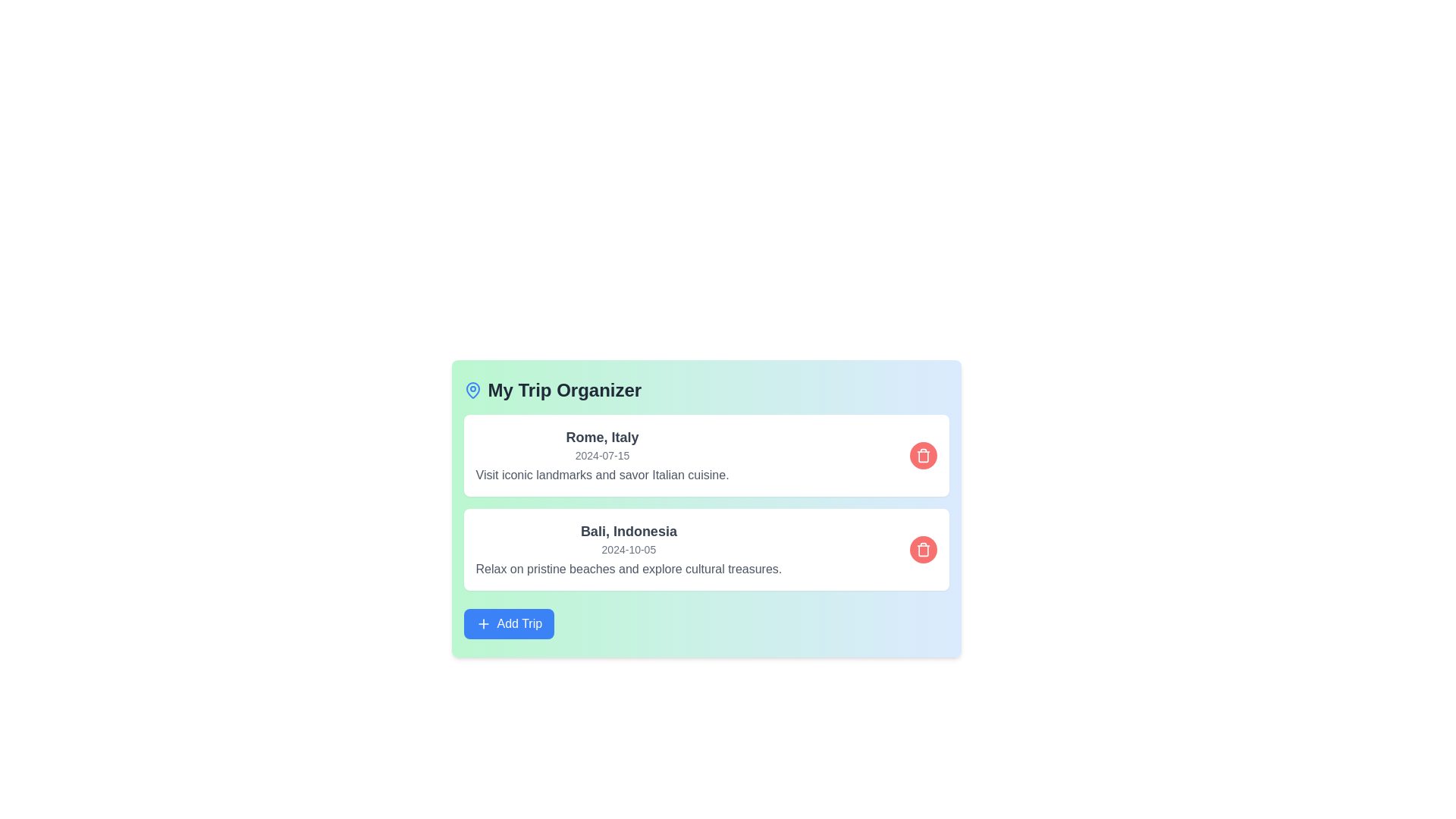 This screenshot has width=1456, height=819. Describe the element at coordinates (922, 455) in the screenshot. I see `the red trash icon corresponding to Rome, Italy to delete the trip` at that location.